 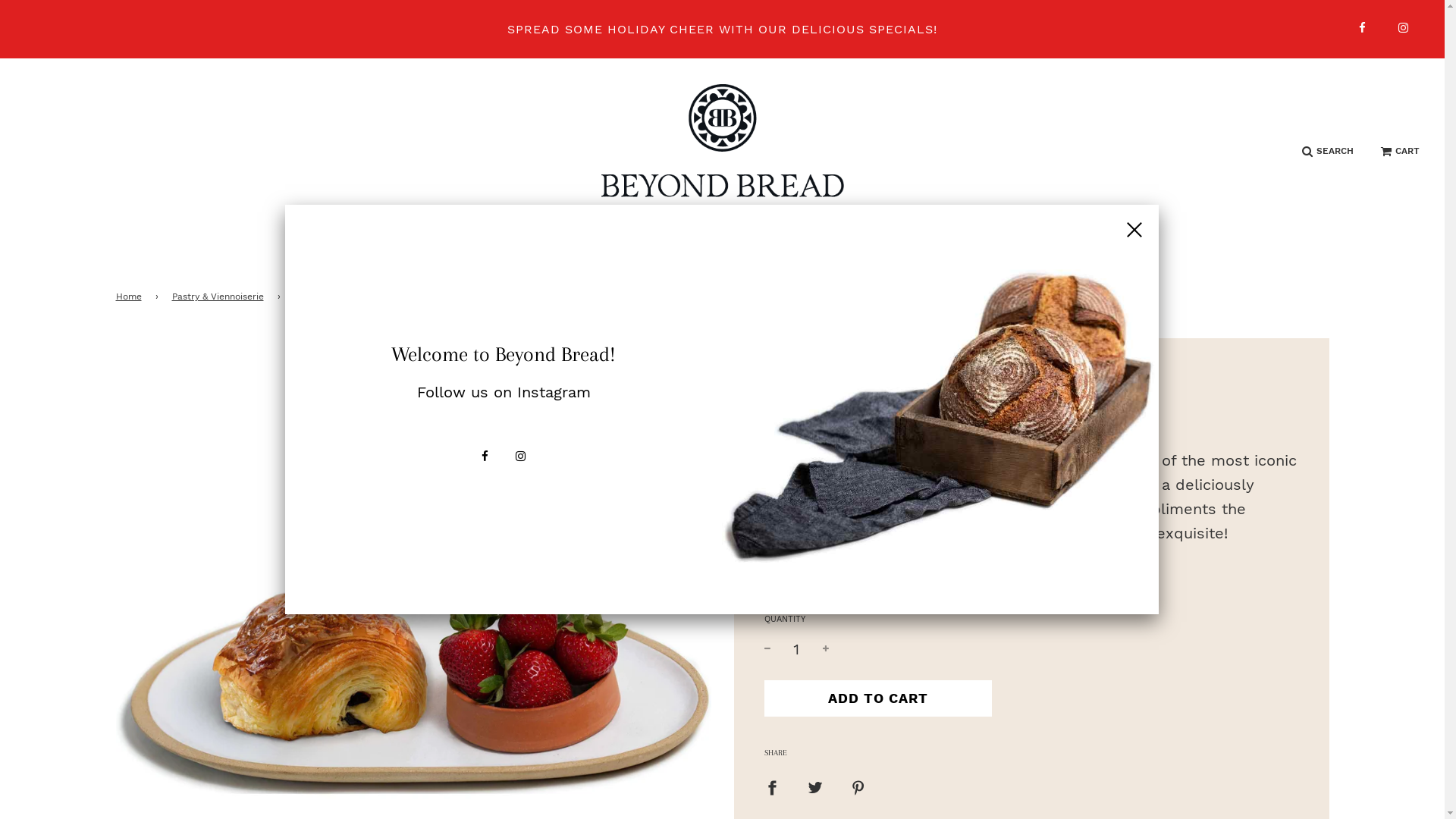 What do you see at coordinates (130, 297) in the screenshot?
I see `'Home'` at bounding box center [130, 297].